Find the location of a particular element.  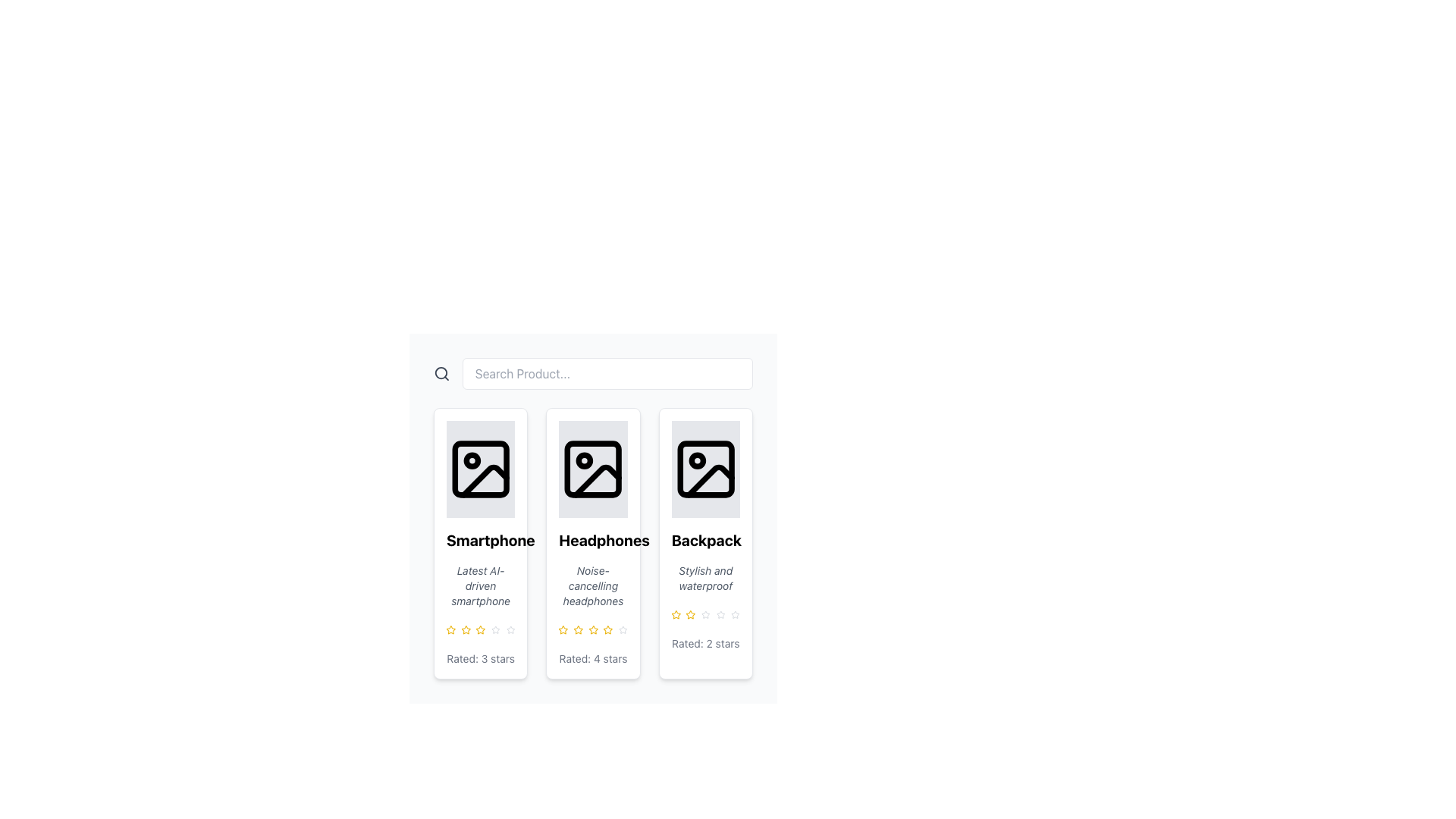

the SVG image placeholder with a gray background and an icon representing an image, located in the product card layout for a smartphone, to get more information is located at coordinates (480, 468).